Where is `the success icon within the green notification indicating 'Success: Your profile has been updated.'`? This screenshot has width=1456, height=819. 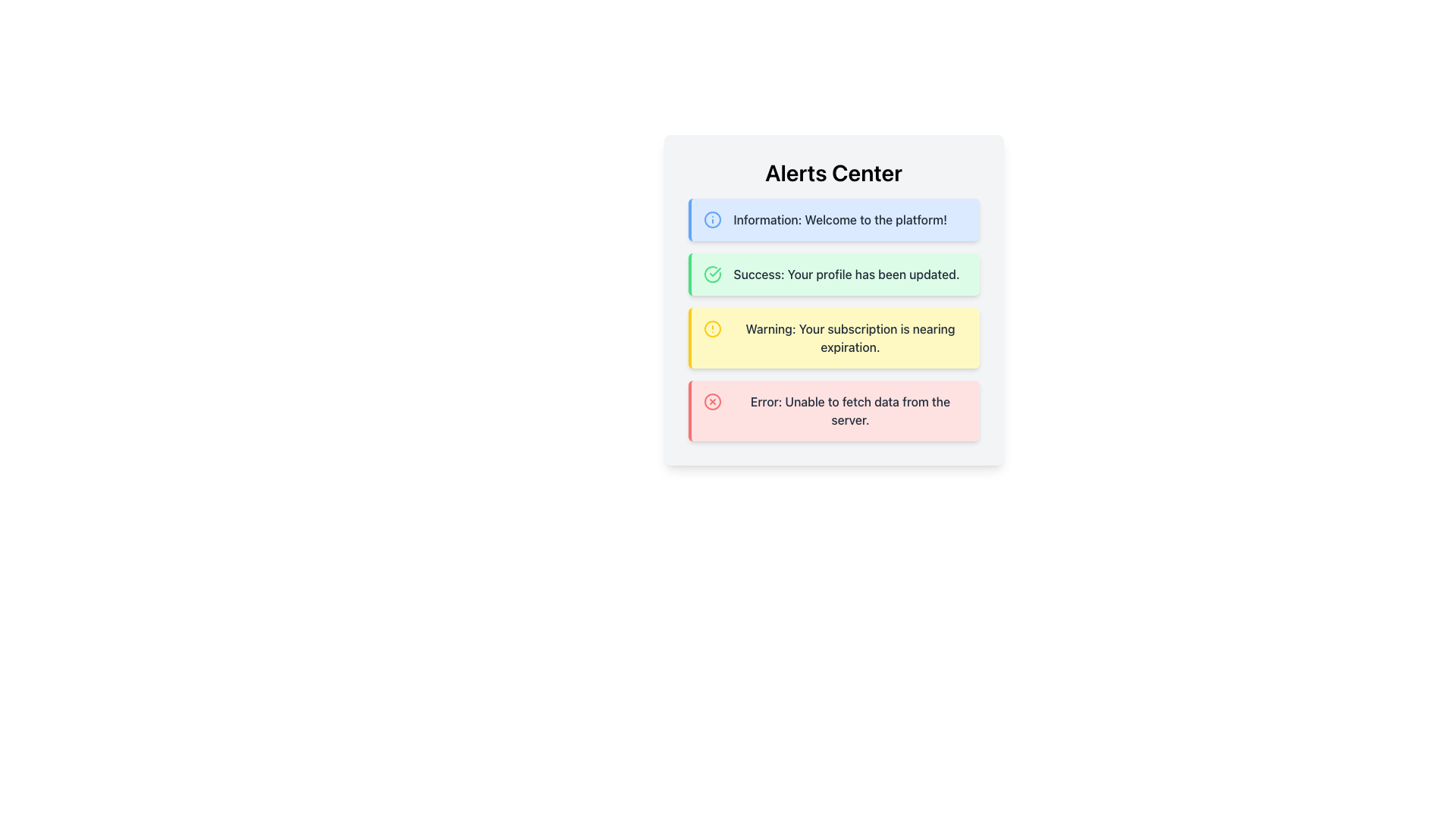 the success icon within the green notification indicating 'Success: Your profile has been updated.' is located at coordinates (711, 275).